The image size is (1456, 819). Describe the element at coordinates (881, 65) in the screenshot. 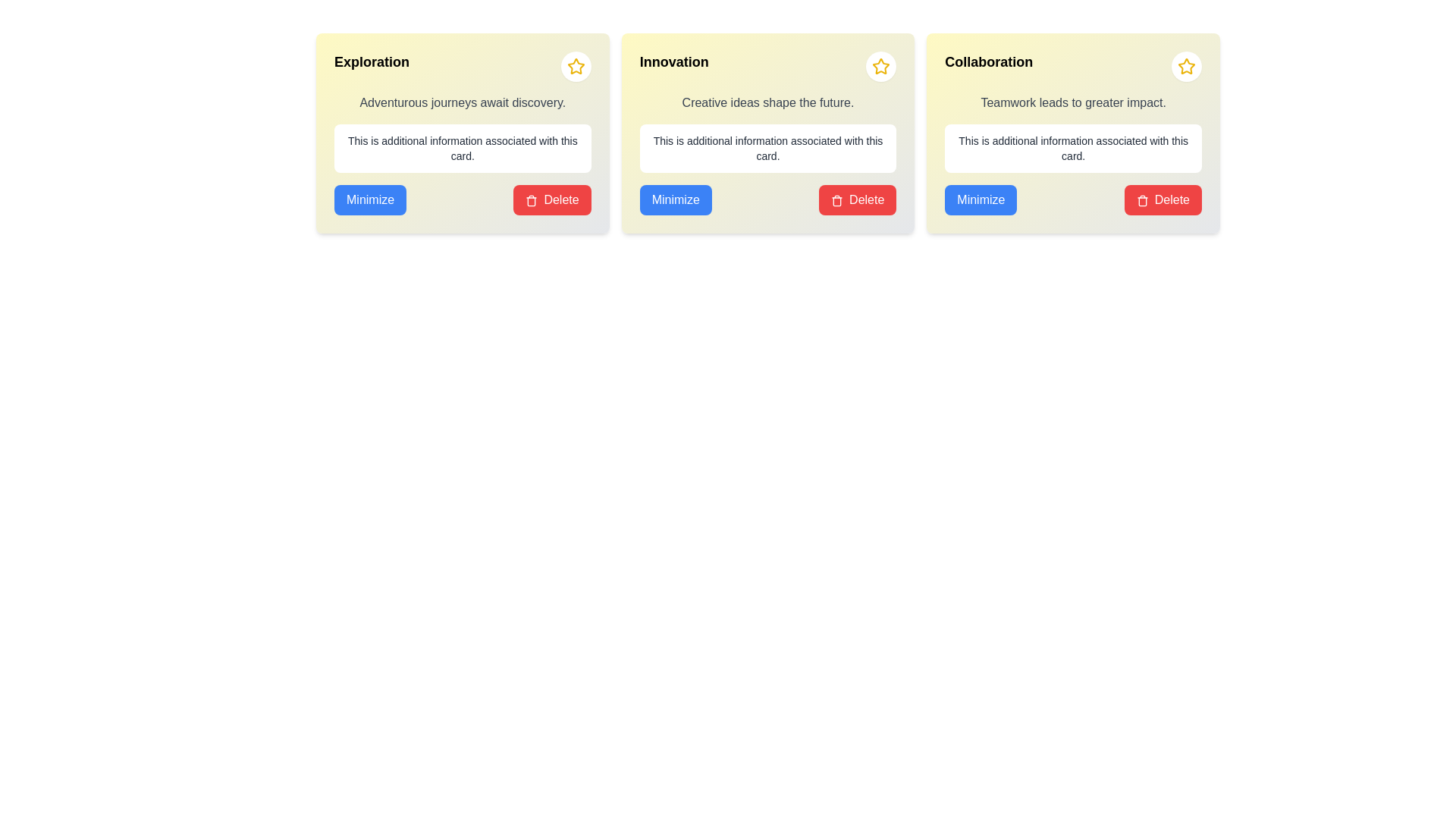

I see `the star icon located in the top-right corner of the third Collaboration card` at that location.